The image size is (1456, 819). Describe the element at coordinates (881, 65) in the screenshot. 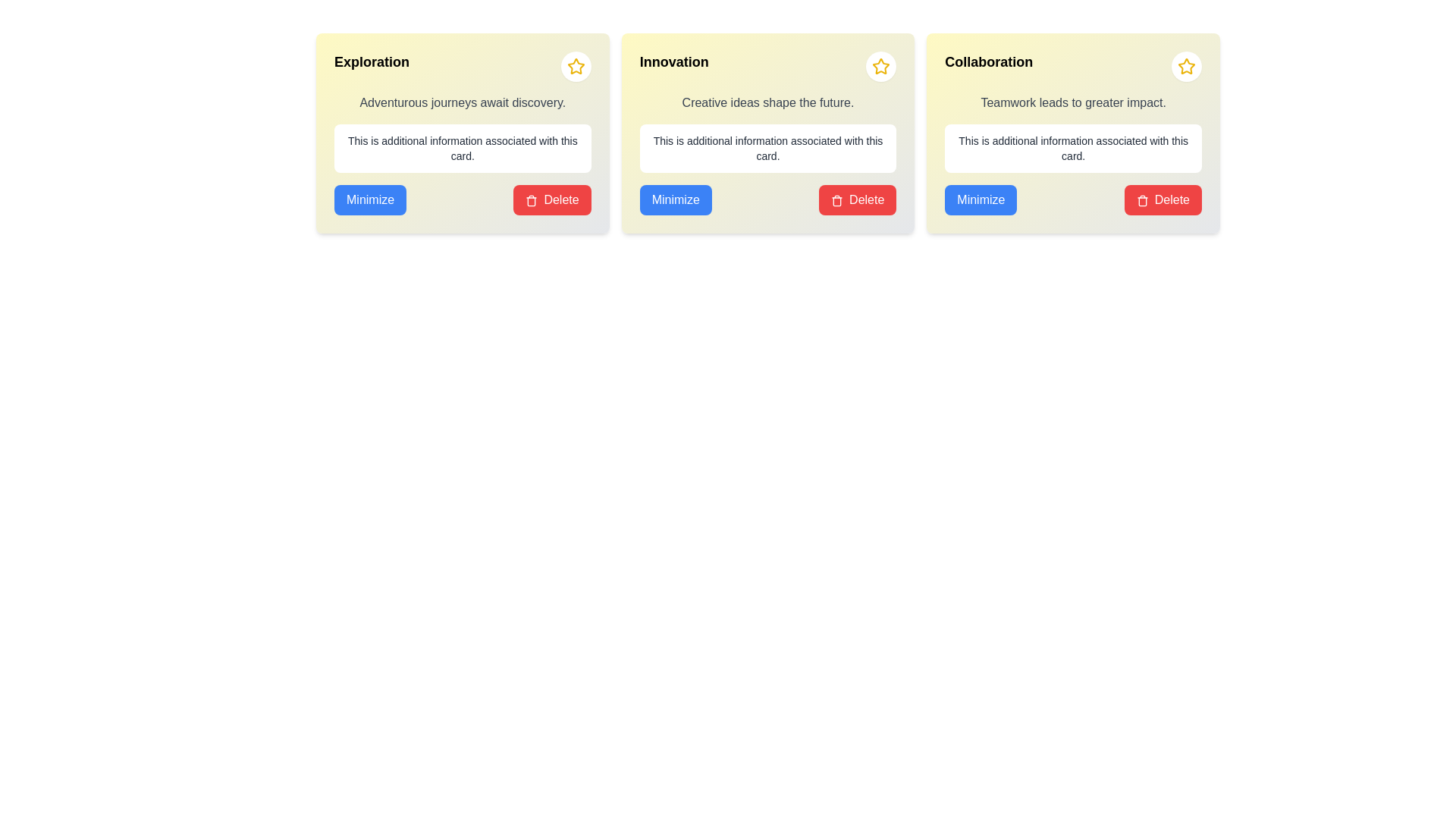

I see `the star icon located in the top-right corner of the third Collaboration card` at that location.